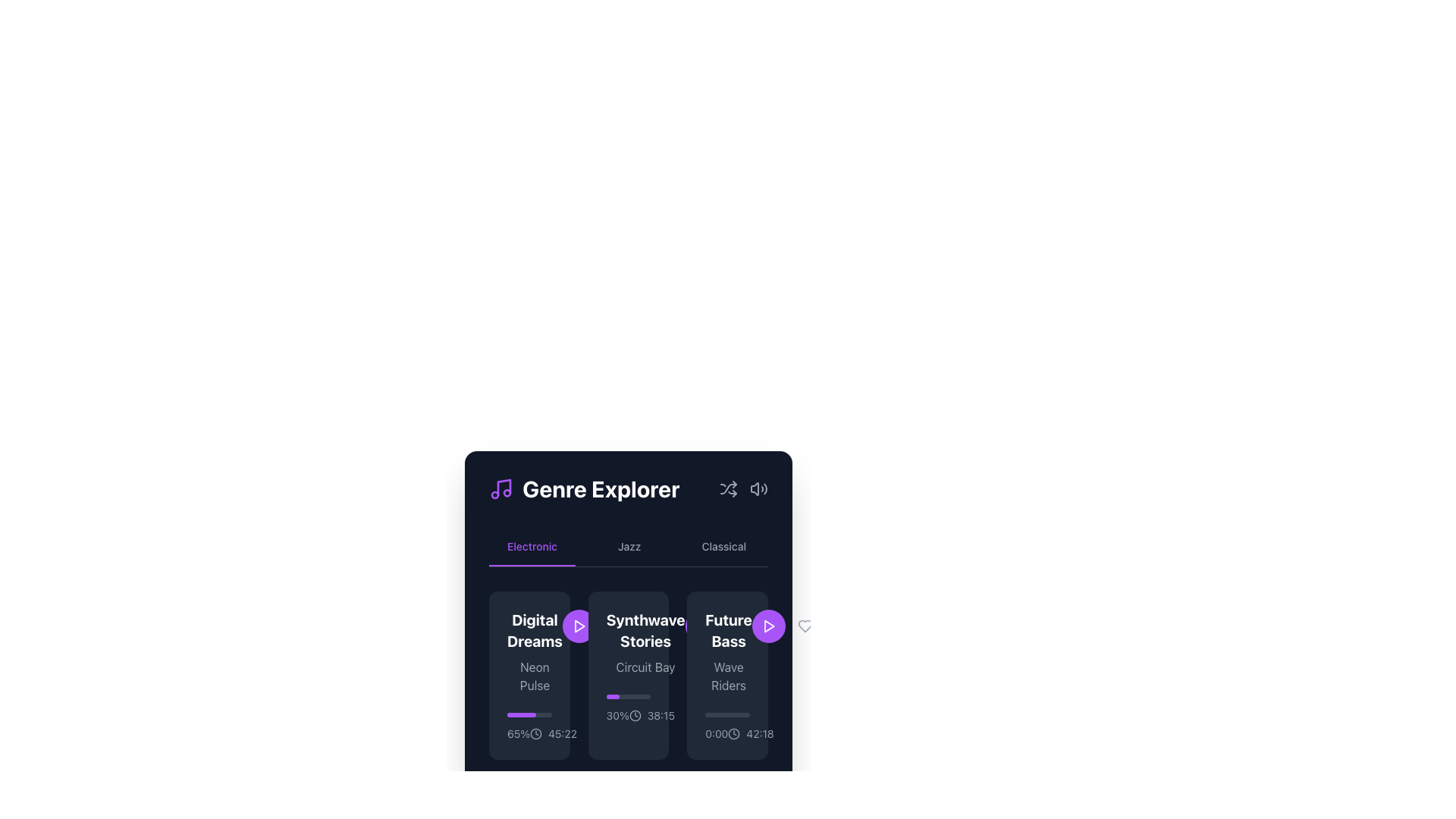  What do you see at coordinates (600, 488) in the screenshot?
I see `the text label or header indicating the thematic area related to exploring genres, located to the right of a purple music icon in the central upper section of the card-like interface` at bounding box center [600, 488].